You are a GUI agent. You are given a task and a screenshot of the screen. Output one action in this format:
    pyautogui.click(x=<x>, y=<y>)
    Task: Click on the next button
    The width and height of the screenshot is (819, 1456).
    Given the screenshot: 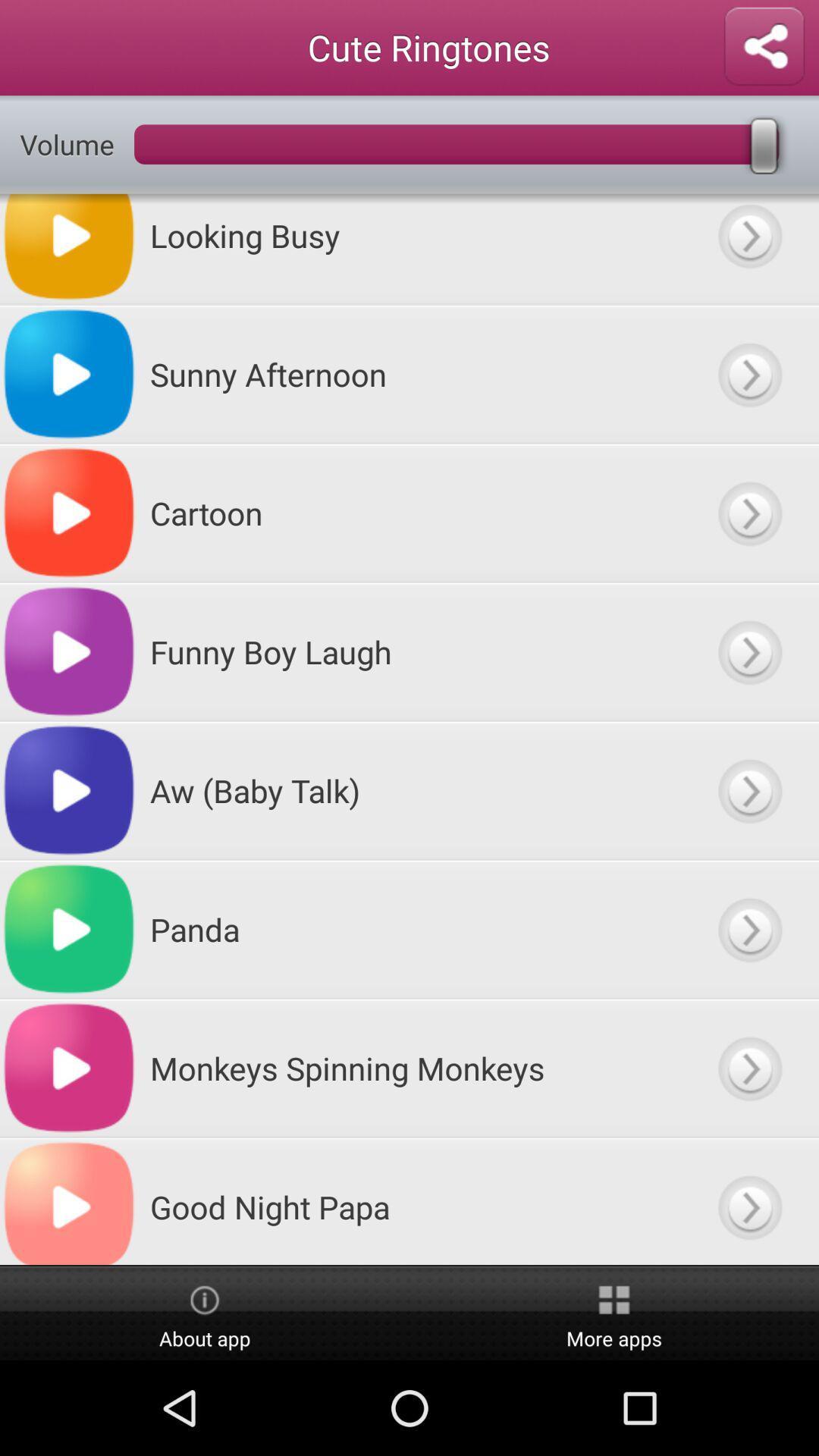 What is the action you would take?
    pyautogui.click(x=748, y=1067)
    